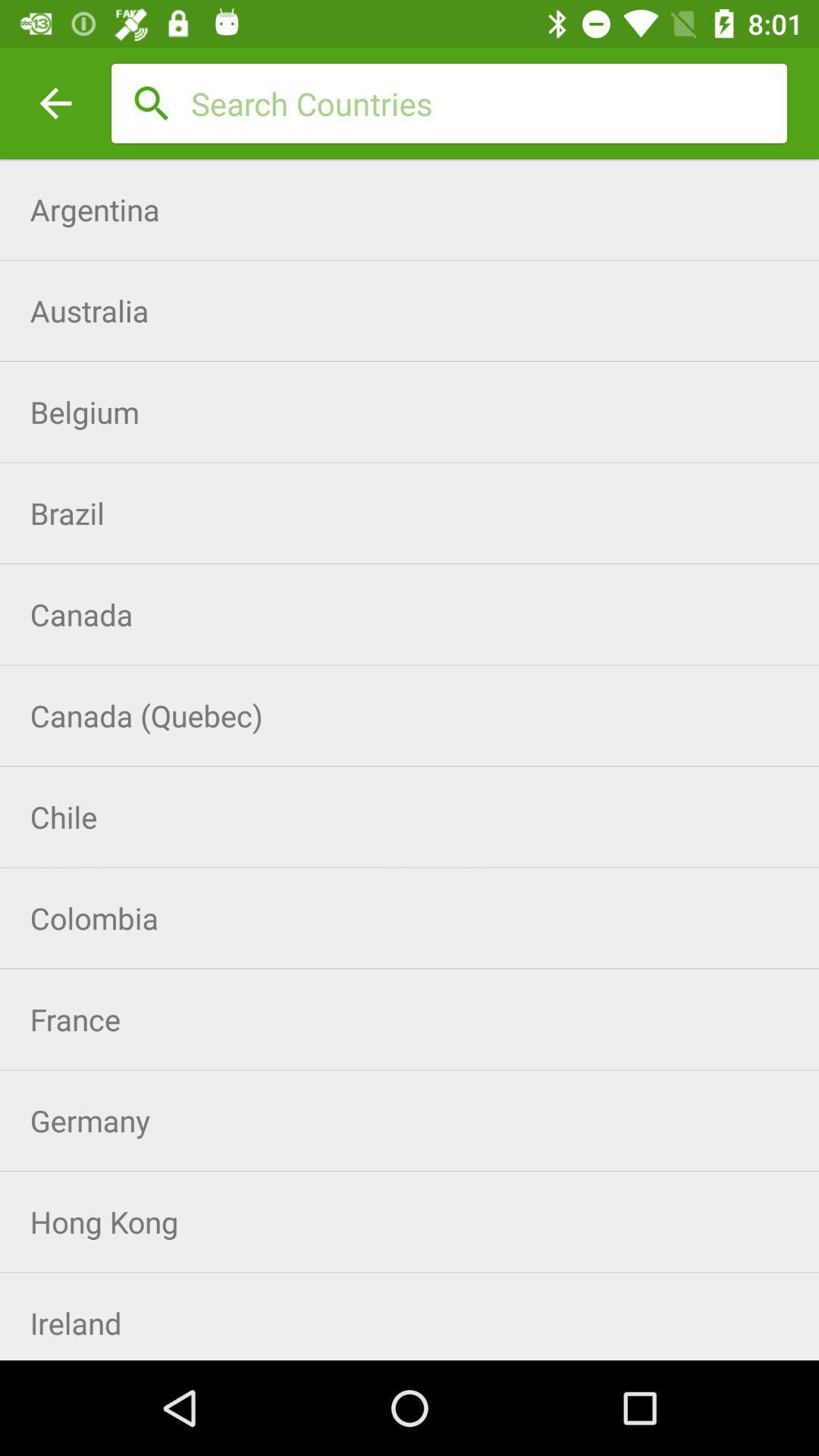  What do you see at coordinates (409, 513) in the screenshot?
I see `brazil` at bounding box center [409, 513].